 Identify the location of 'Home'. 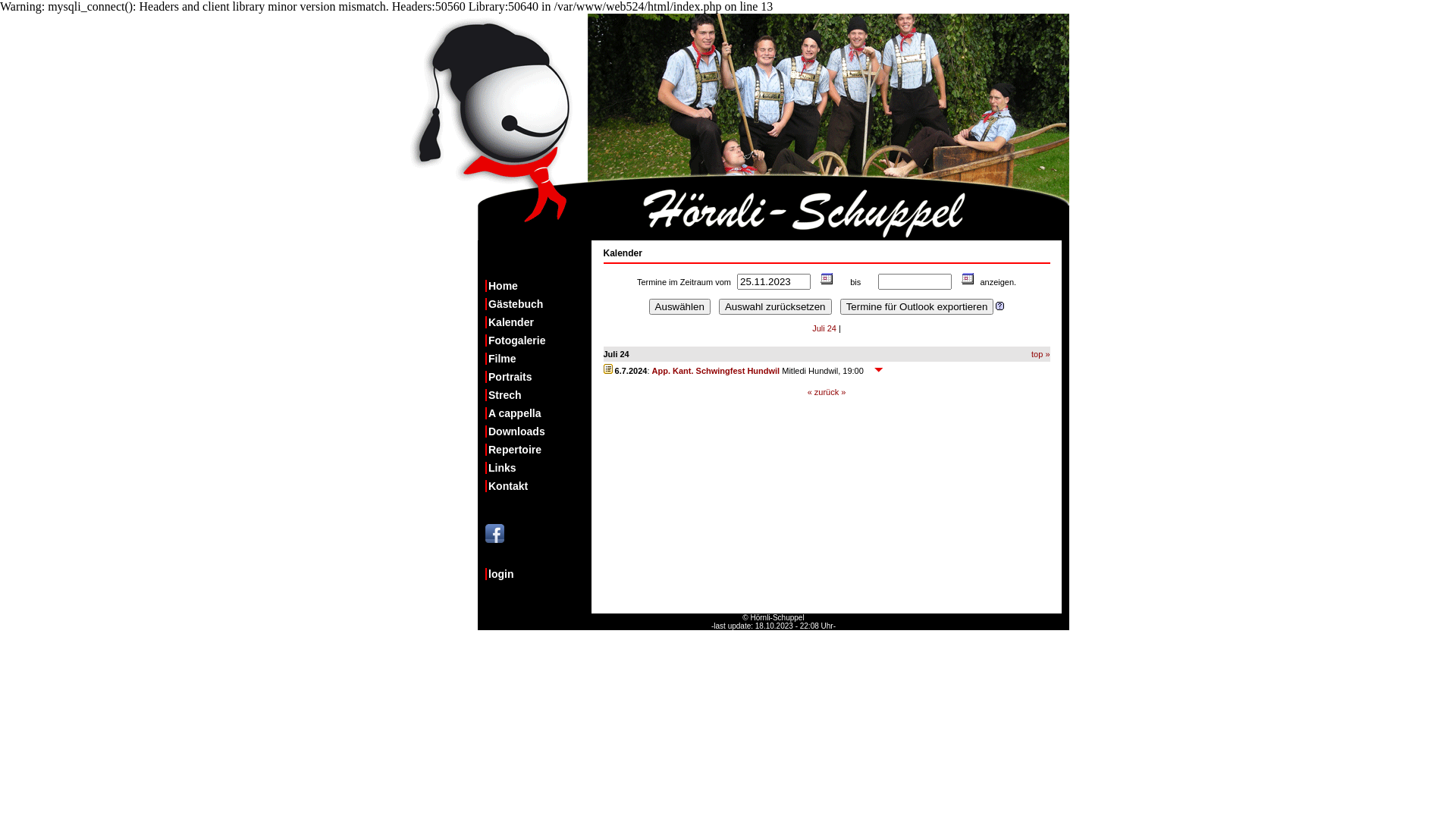
(538, 286).